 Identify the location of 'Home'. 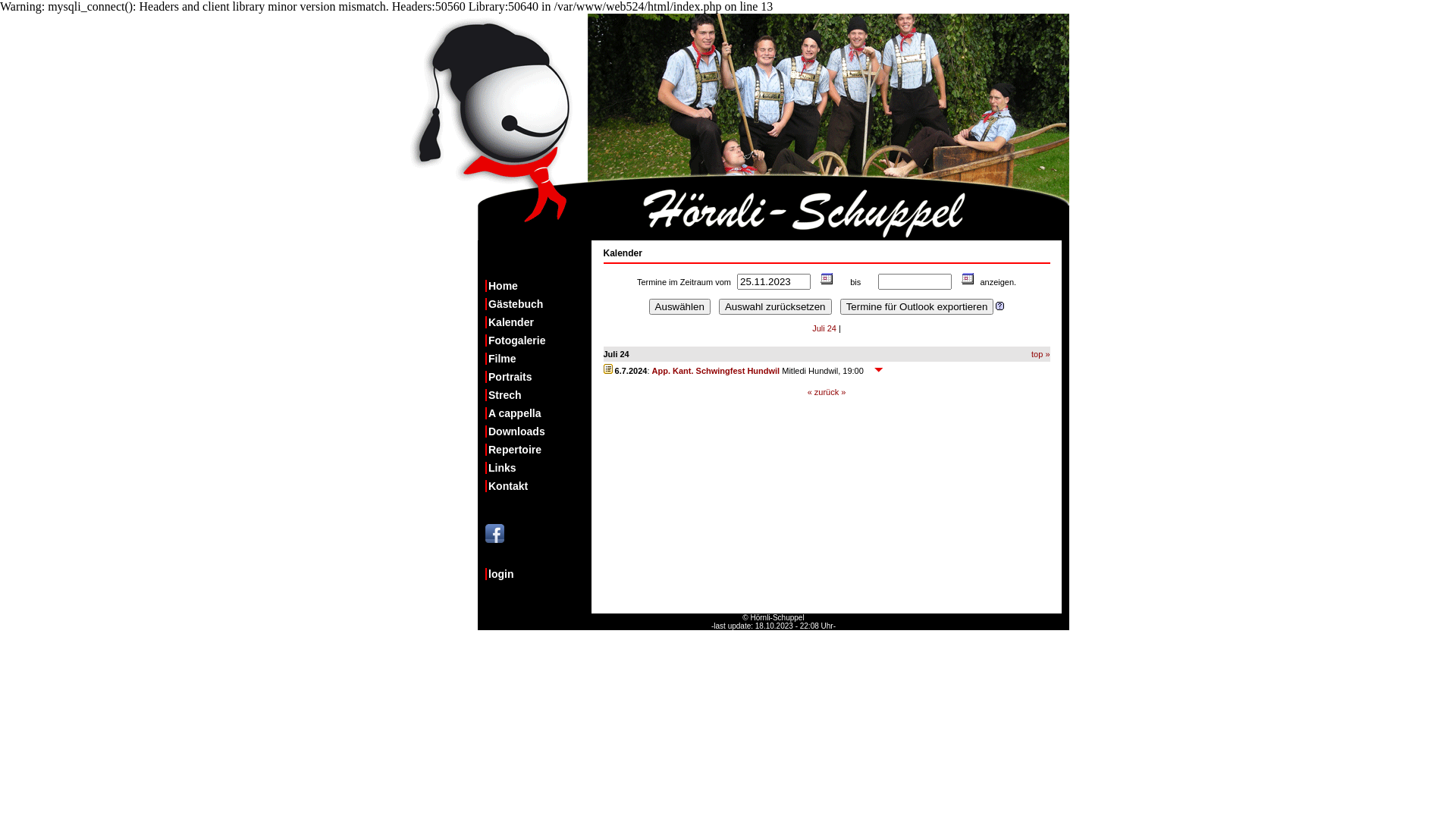
(538, 286).